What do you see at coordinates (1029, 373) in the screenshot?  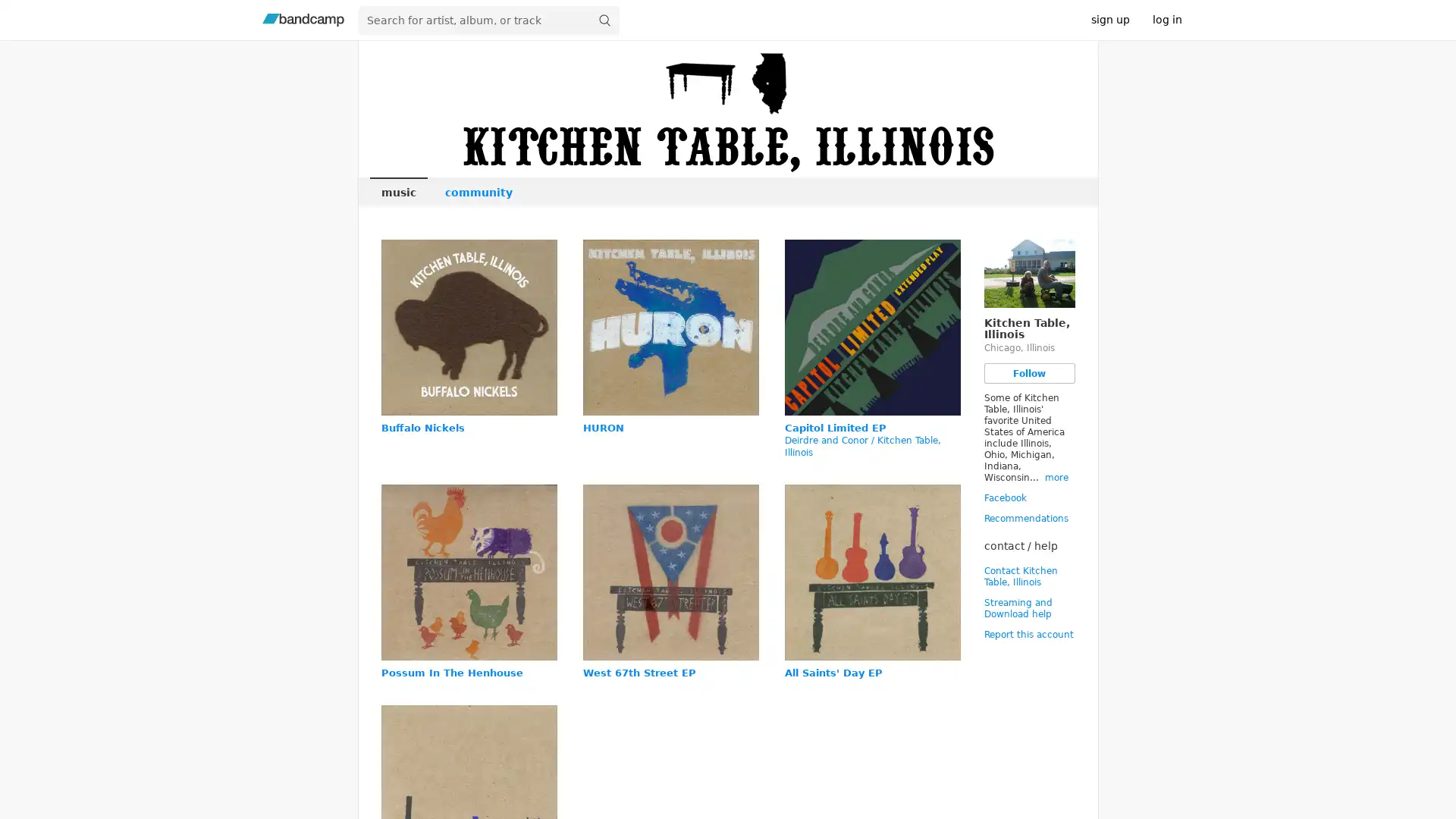 I see `Follow` at bounding box center [1029, 373].